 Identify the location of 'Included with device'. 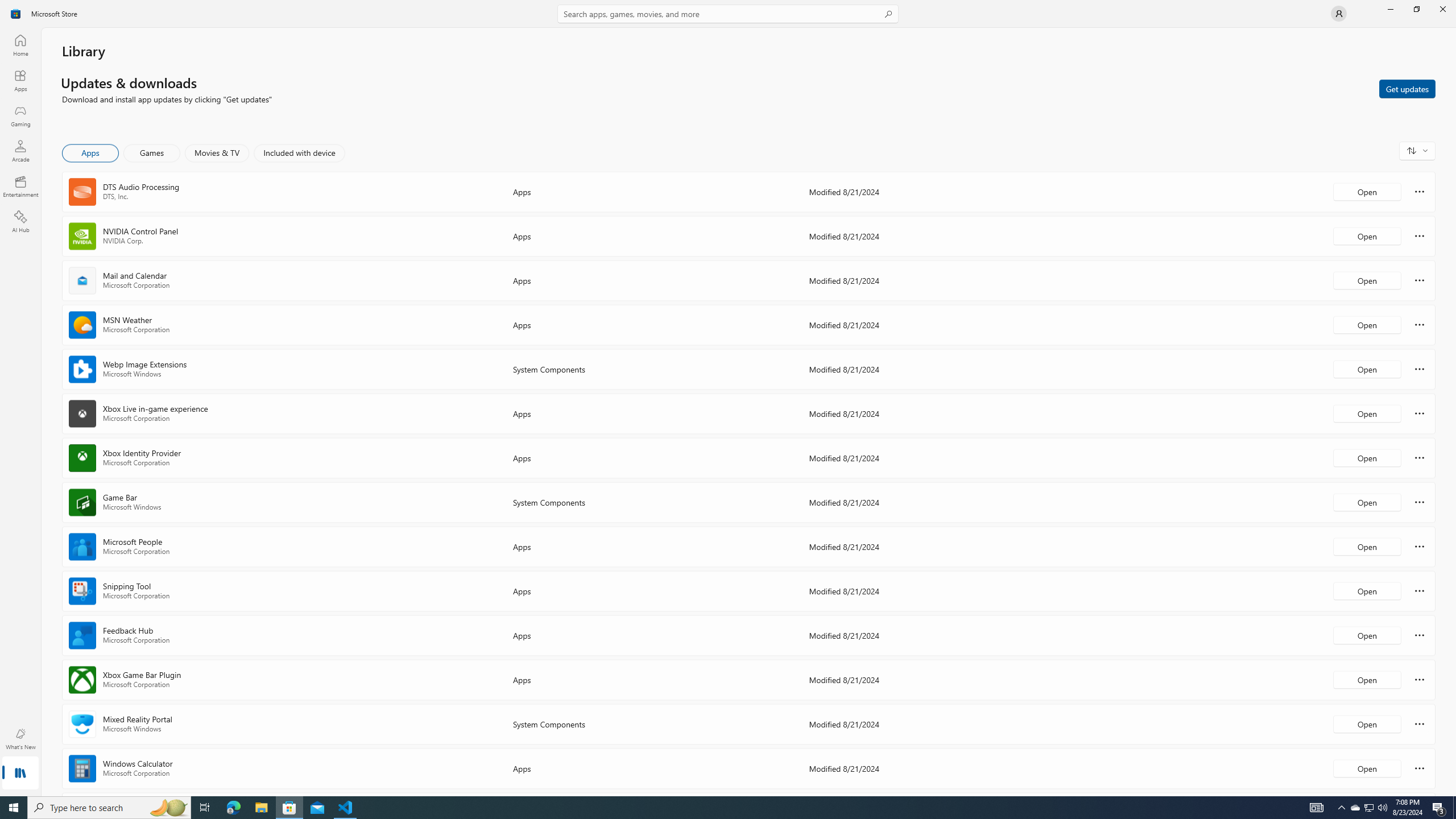
(299, 152).